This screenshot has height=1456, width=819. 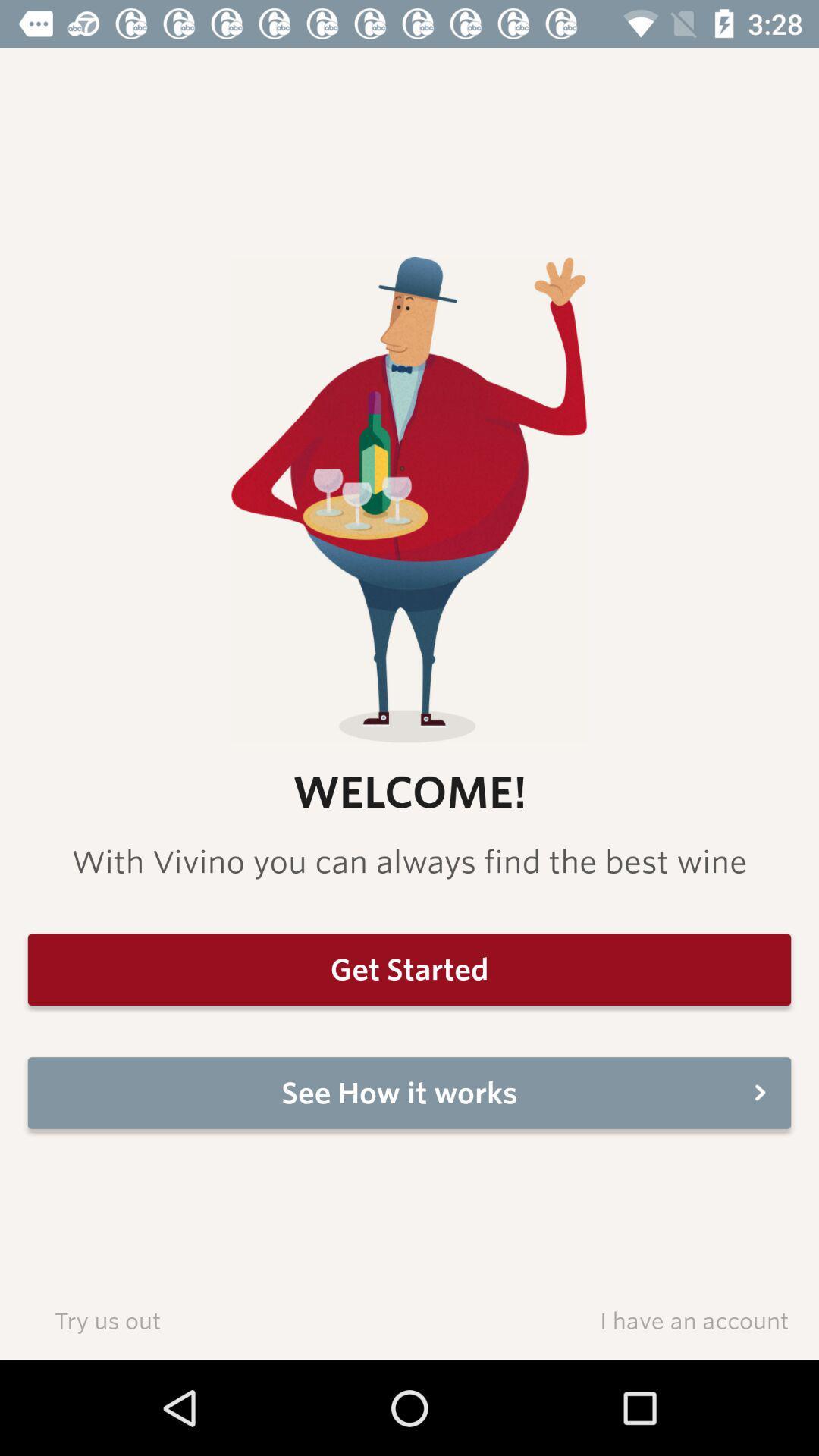 I want to click on the item at the bottom right corner, so click(x=694, y=1319).